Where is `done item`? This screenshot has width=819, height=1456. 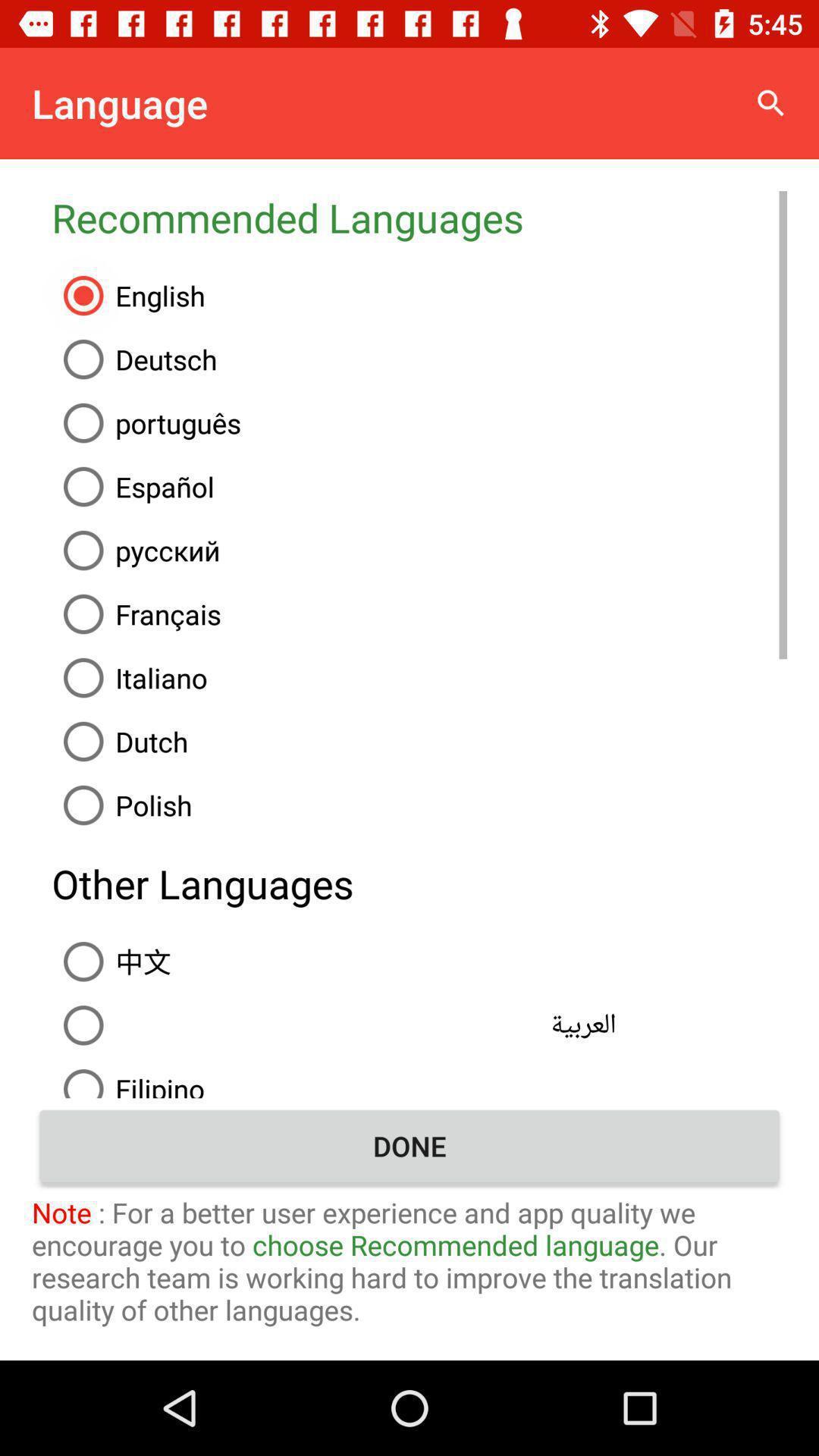 done item is located at coordinates (409, 1146).